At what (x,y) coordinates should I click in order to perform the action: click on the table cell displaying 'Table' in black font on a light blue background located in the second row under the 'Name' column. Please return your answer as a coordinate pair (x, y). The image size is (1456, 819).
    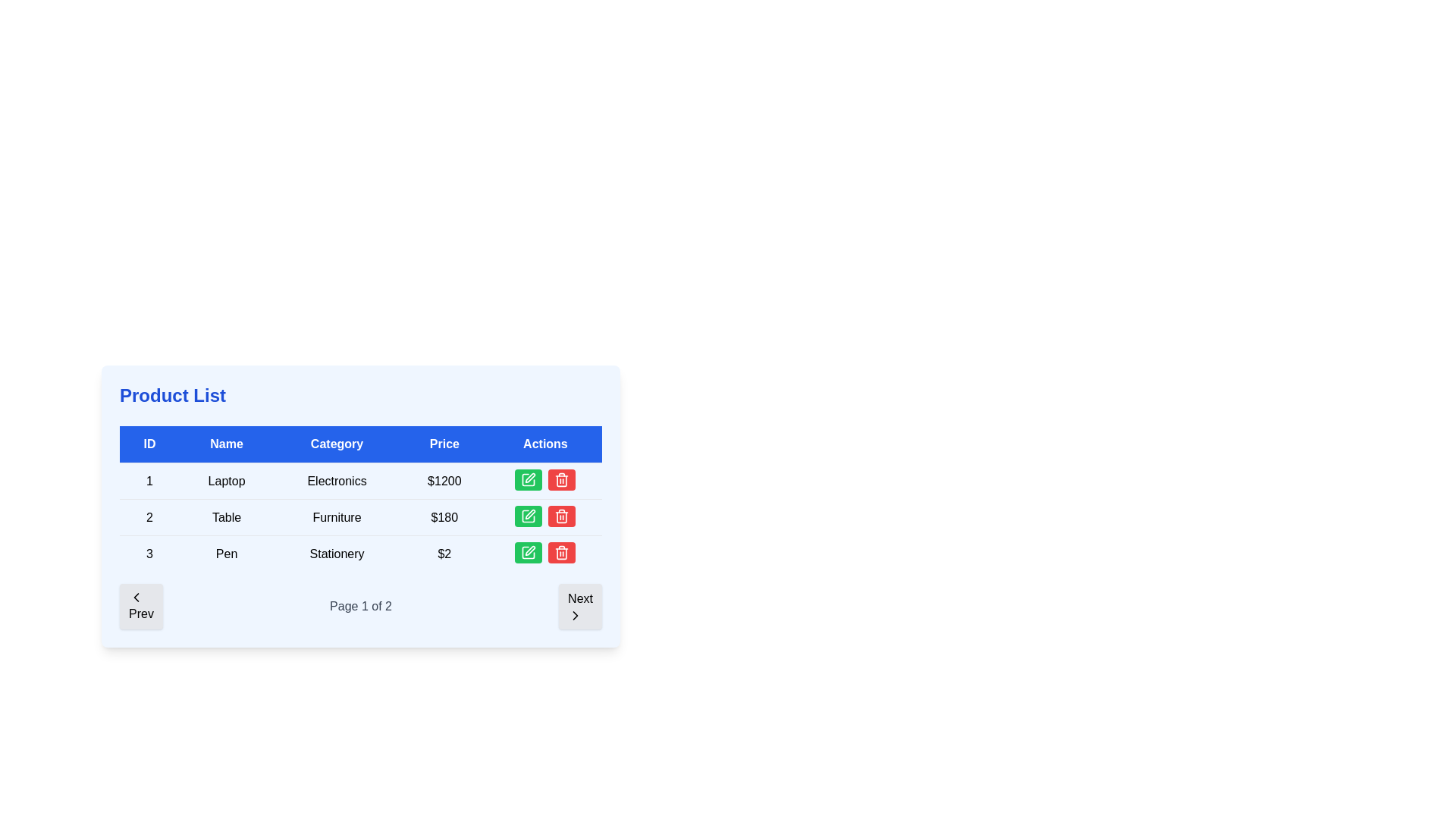
    Looking at the image, I should click on (226, 516).